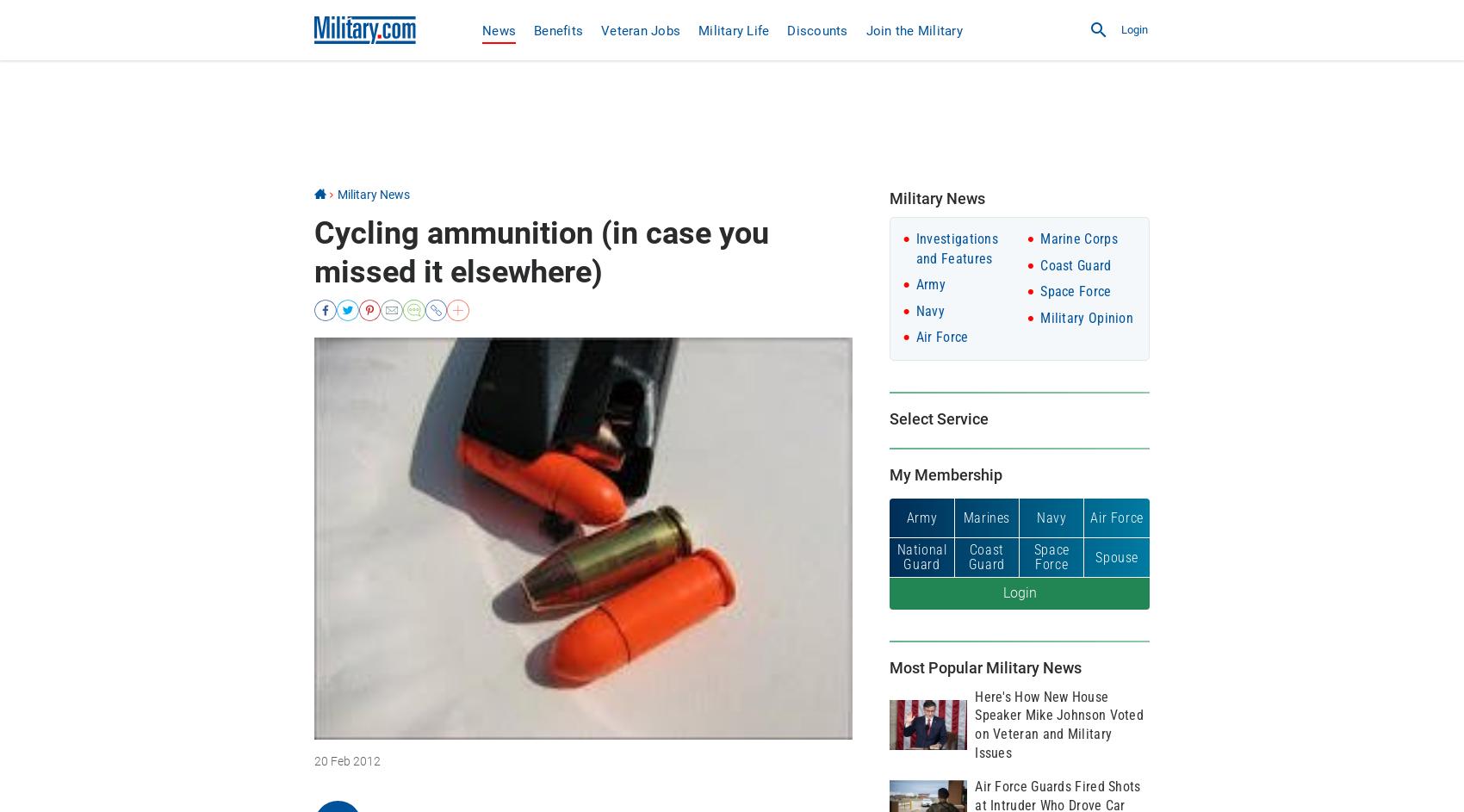 The height and width of the screenshot is (812, 1464). What do you see at coordinates (962, 516) in the screenshot?
I see `'Marines'` at bounding box center [962, 516].